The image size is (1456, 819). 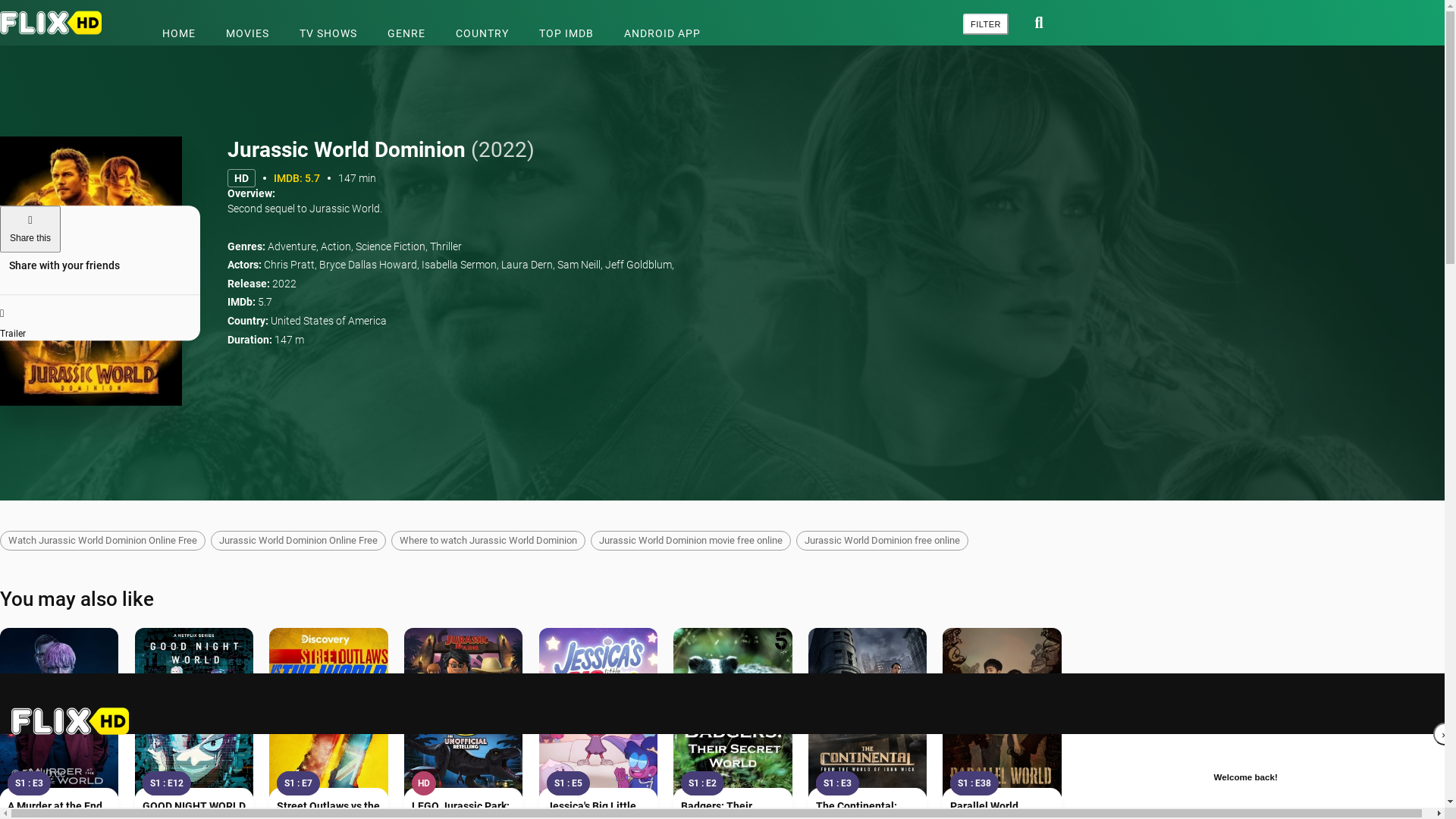 What do you see at coordinates (327, 33) in the screenshot?
I see `'TV SHOWS'` at bounding box center [327, 33].